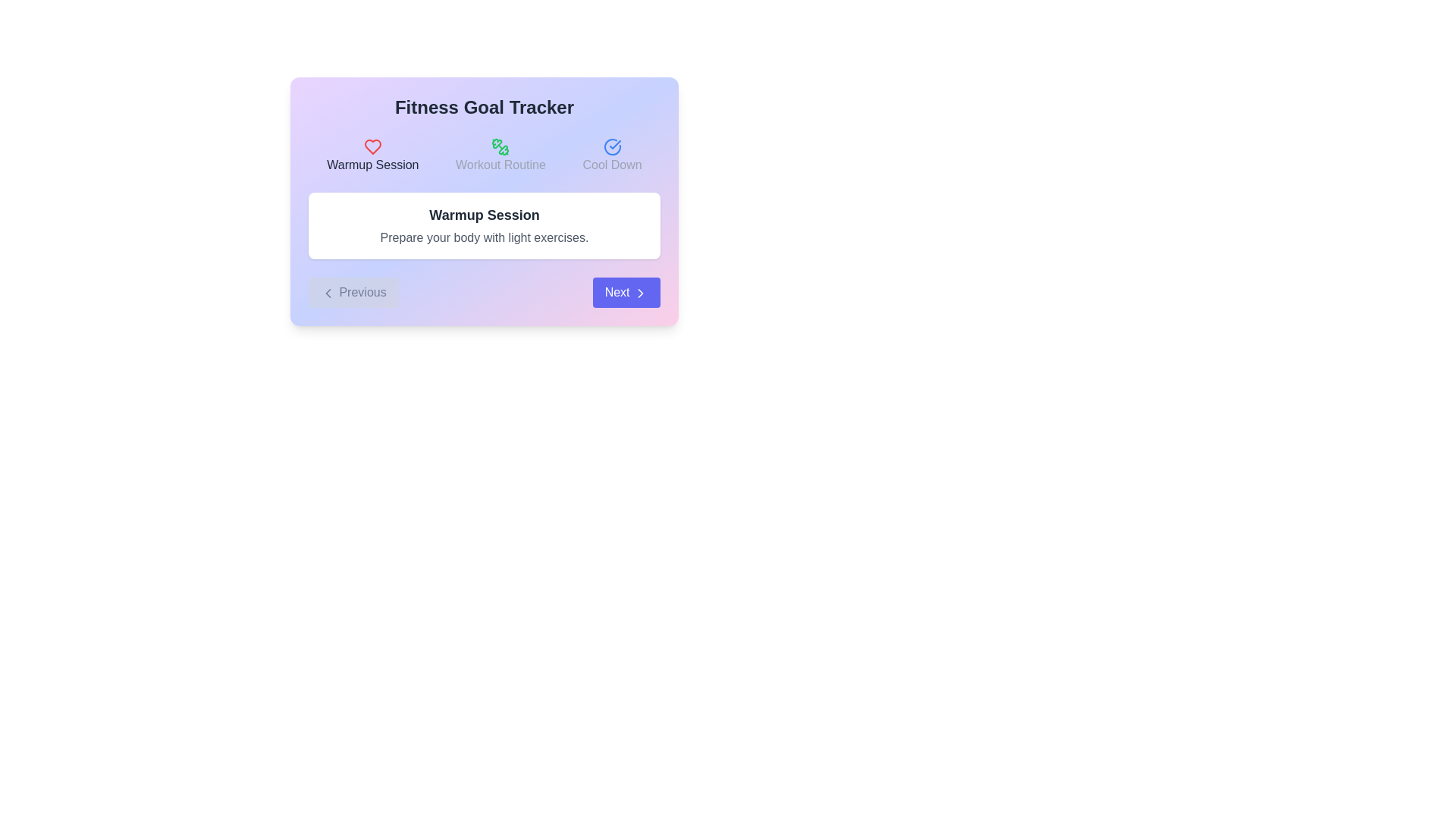 The image size is (1456, 819). I want to click on the 'Workout Routine' icon, which is the second icon in a horizontal sequence of three icons, located in the middle section of the interface, so click(500, 146).